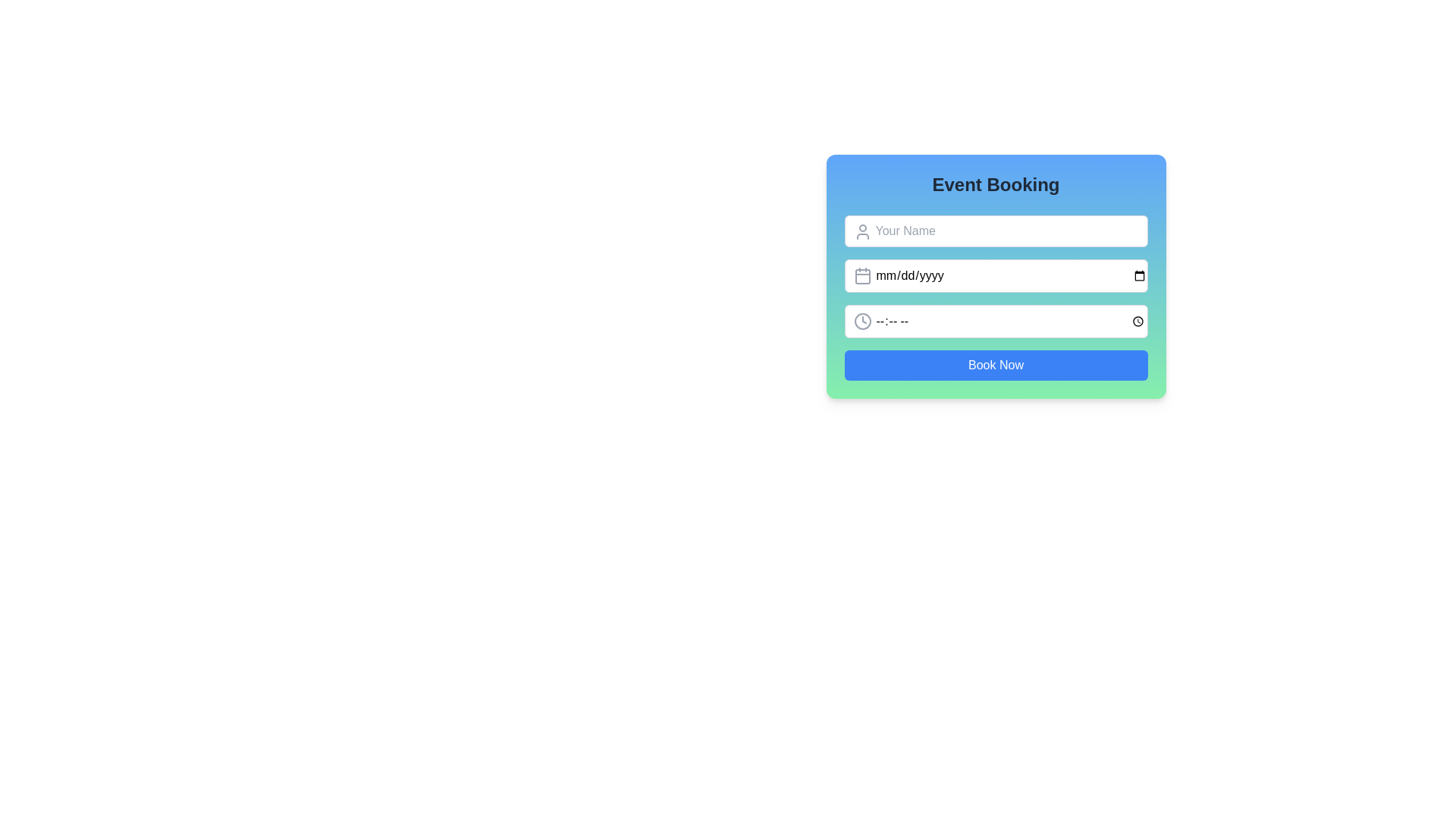  Describe the element at coordinates (862, 321) in the screenshot. I see `the clock icon, which is a thin-lined illustration with a circular base and two hands indicating time, located on the left side of the time input field` at that location.